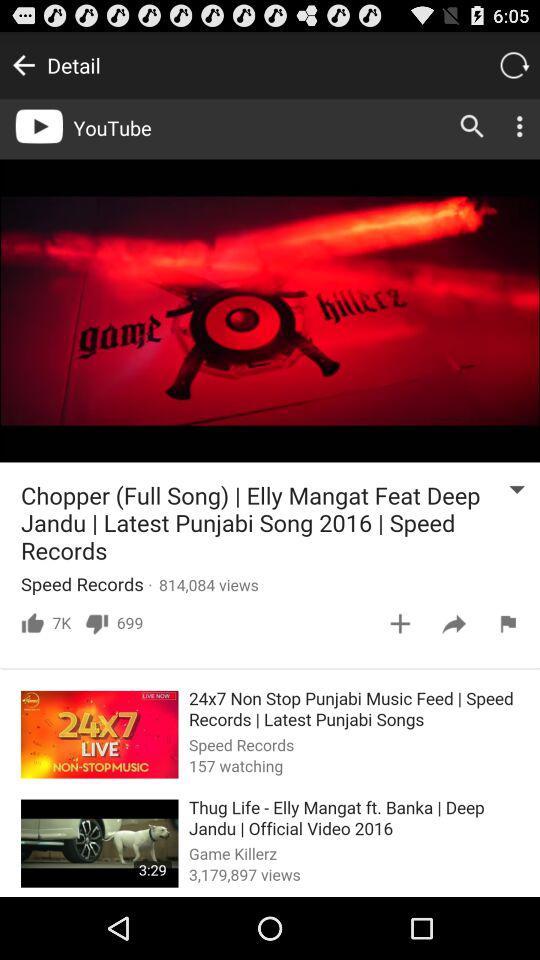  What do you see at coordinates (22, 69) in the screenshot?
I see `the arrow_backward icon` at bounding box center [22, 69].